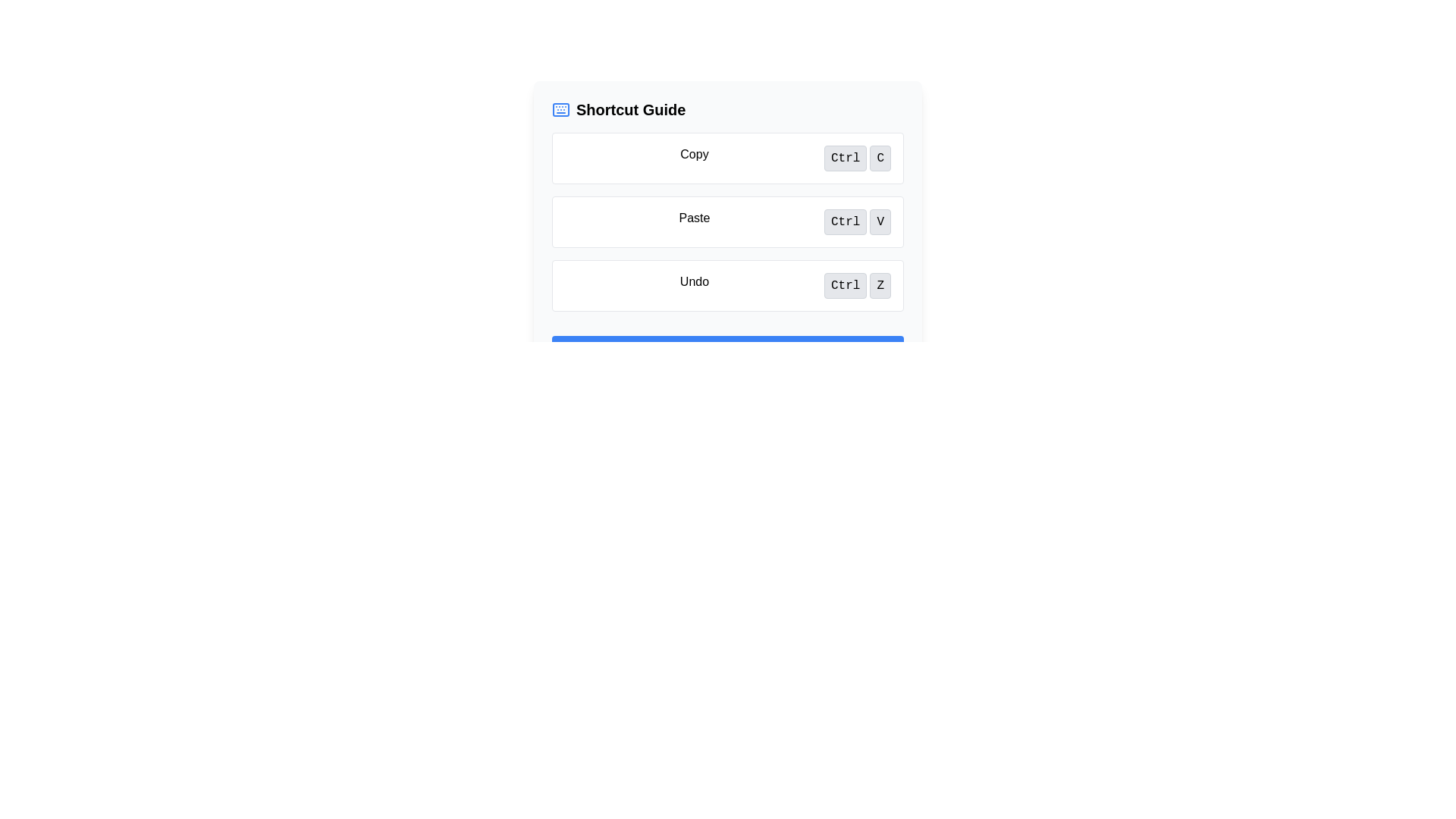 This screenshot has width=1456, height=819. What do you see at coordinates (728, 109) in the screenshot?
I see `the heading text that serves as the title for the section providing information about keyboard shortcuts to copy it` at bounding box center [728, 109].